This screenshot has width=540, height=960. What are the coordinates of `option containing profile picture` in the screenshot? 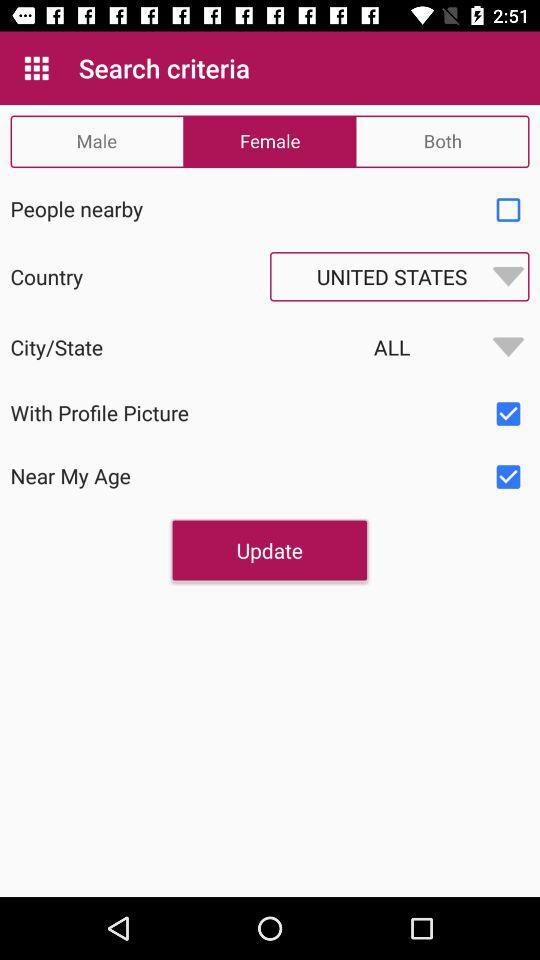 It's located at (508, 413).